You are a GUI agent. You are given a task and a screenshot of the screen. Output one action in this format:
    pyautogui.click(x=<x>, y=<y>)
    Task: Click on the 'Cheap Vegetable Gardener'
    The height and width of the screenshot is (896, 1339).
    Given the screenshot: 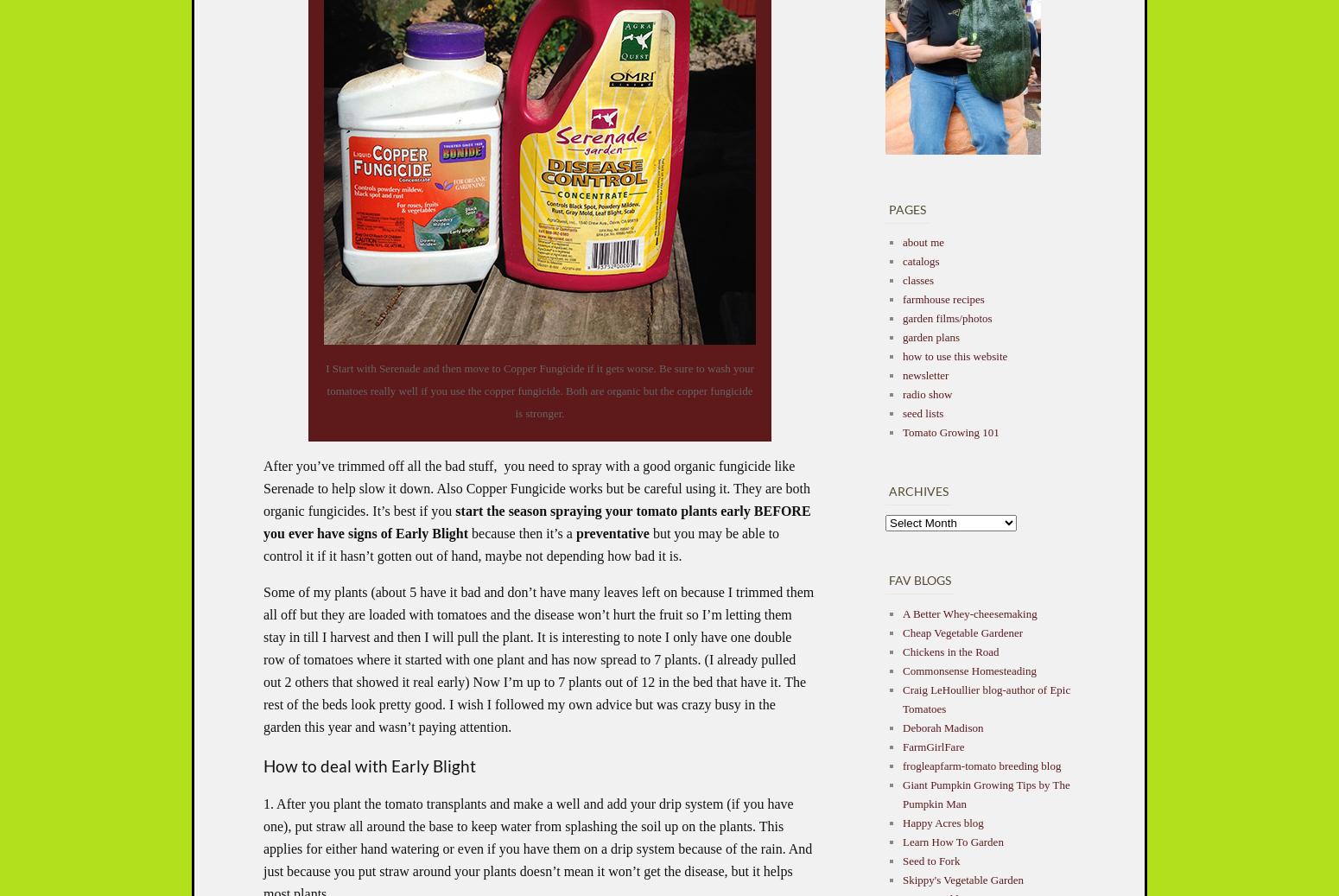 What is the action you would take?
    pyautogui.click(x=961, y=632)
    